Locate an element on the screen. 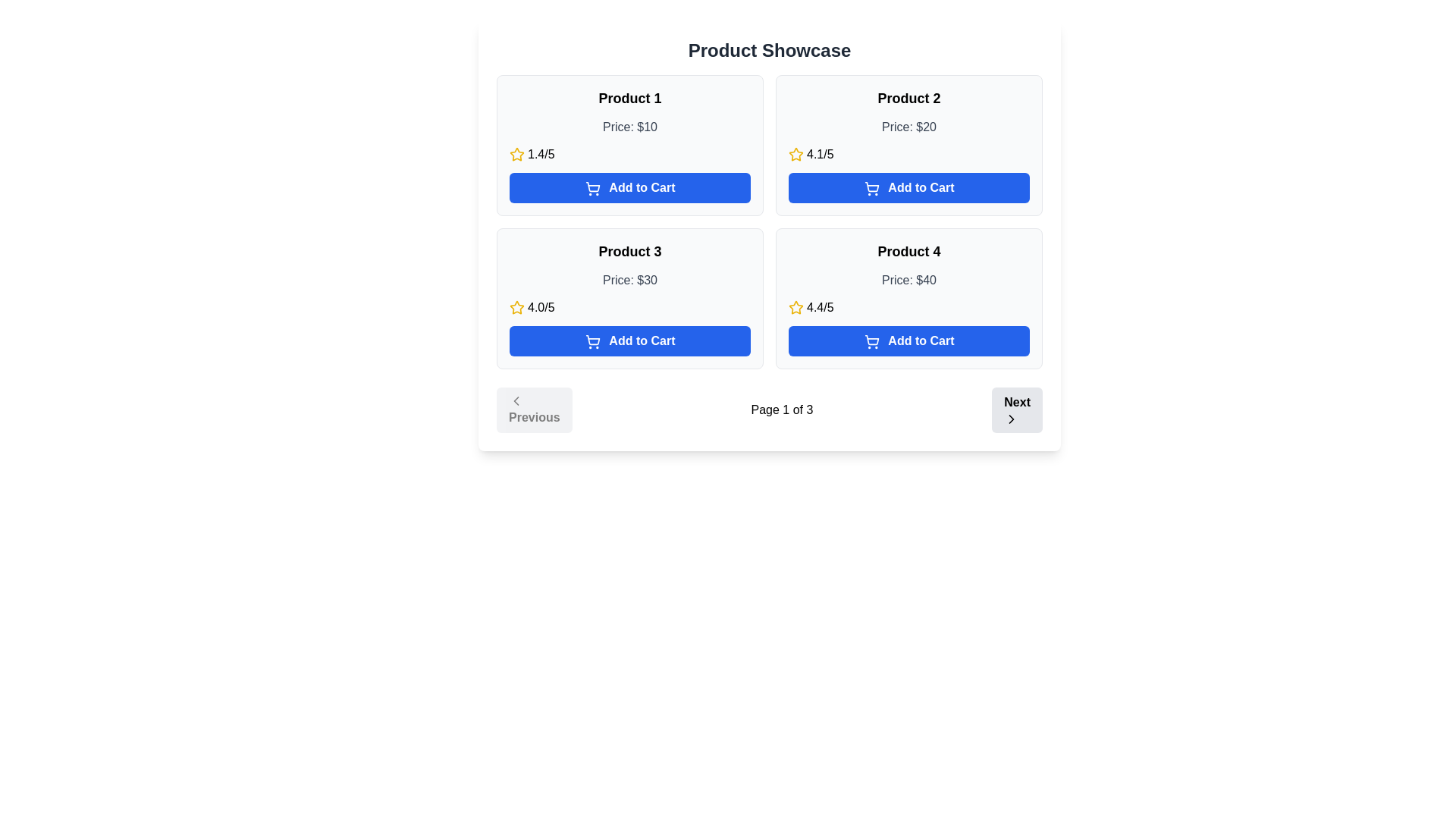  the text label displaying 'Product 1' located at the top section of the bordered card in the first row, first column of the grid layout is located at coordinates (629, 99).